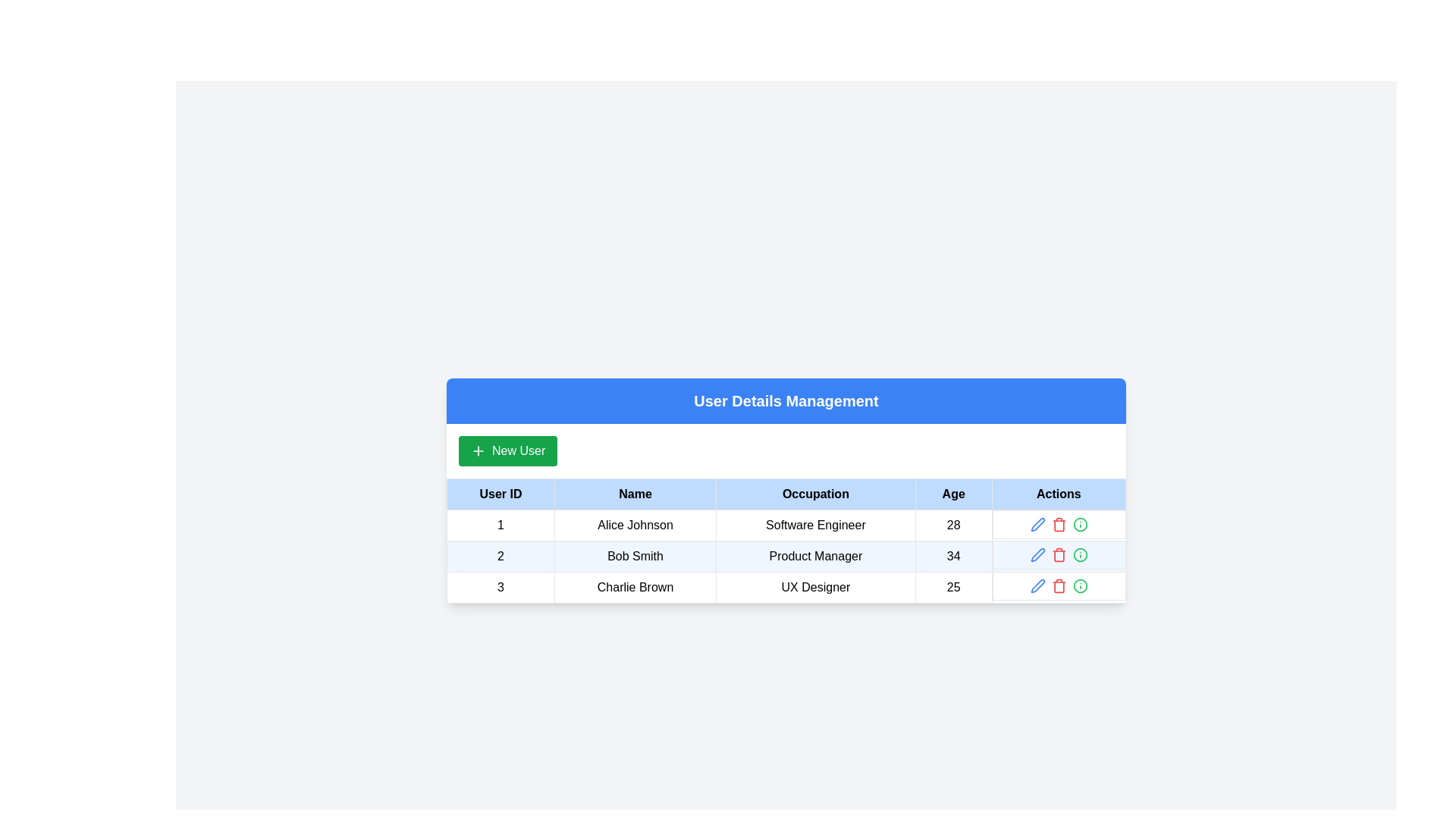  Describe the element at coordinates (1079, 585) in the screenshot. I see `the decorative circle element that serves as part of the 'info' button icon, located in the third row of the Actions column in the user management table` at that location.